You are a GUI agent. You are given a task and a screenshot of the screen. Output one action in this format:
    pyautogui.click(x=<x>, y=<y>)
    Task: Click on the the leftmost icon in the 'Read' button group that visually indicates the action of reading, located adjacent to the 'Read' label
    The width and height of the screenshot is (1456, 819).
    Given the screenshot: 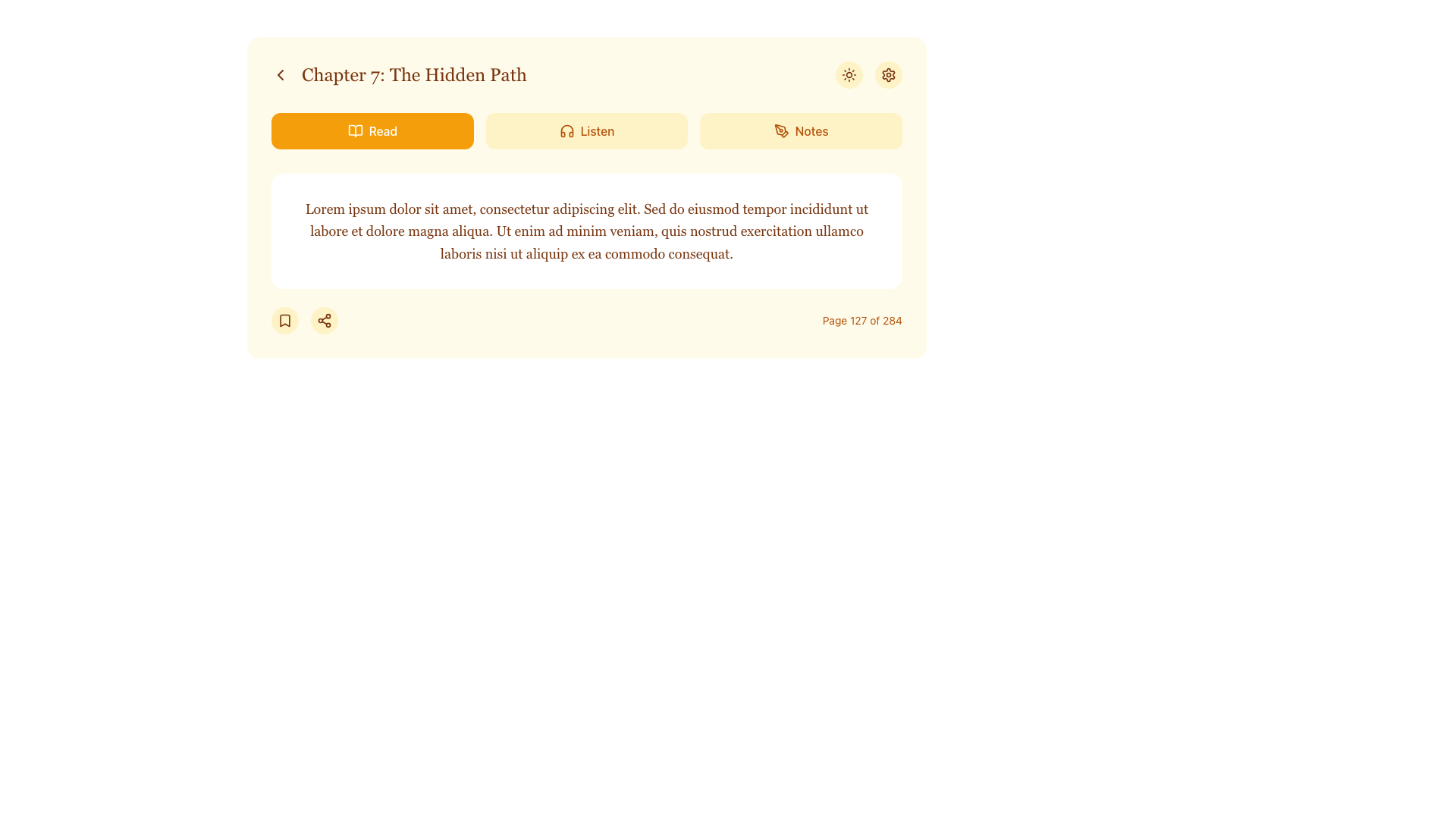 What is the action you would take?
    pyautogui.click(x=354, y=130)
    